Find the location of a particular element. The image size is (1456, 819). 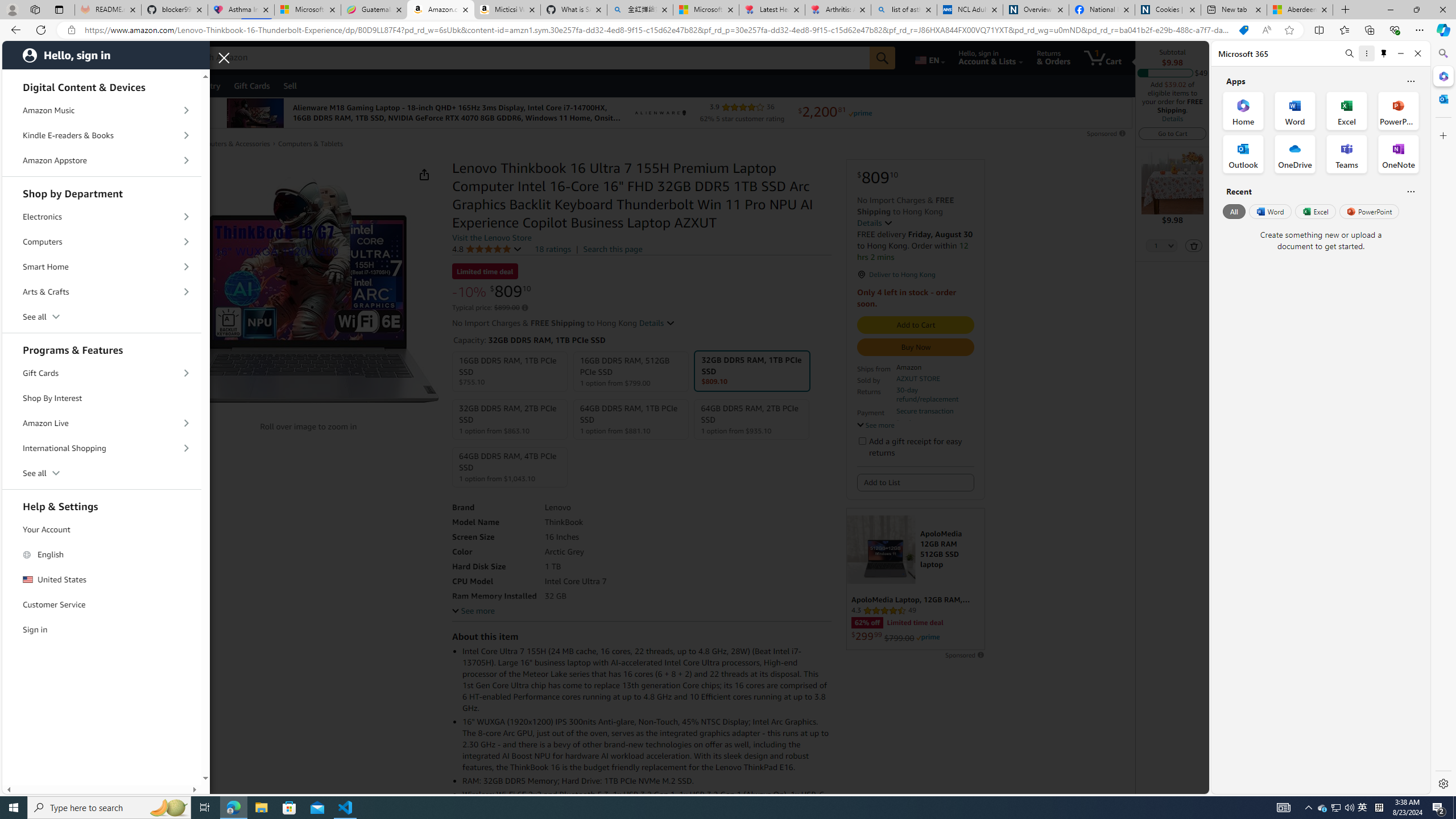

'16GB DDR5 RAM, 1TB PCIe SSD $755.10' is located at coordinates (510, 371).